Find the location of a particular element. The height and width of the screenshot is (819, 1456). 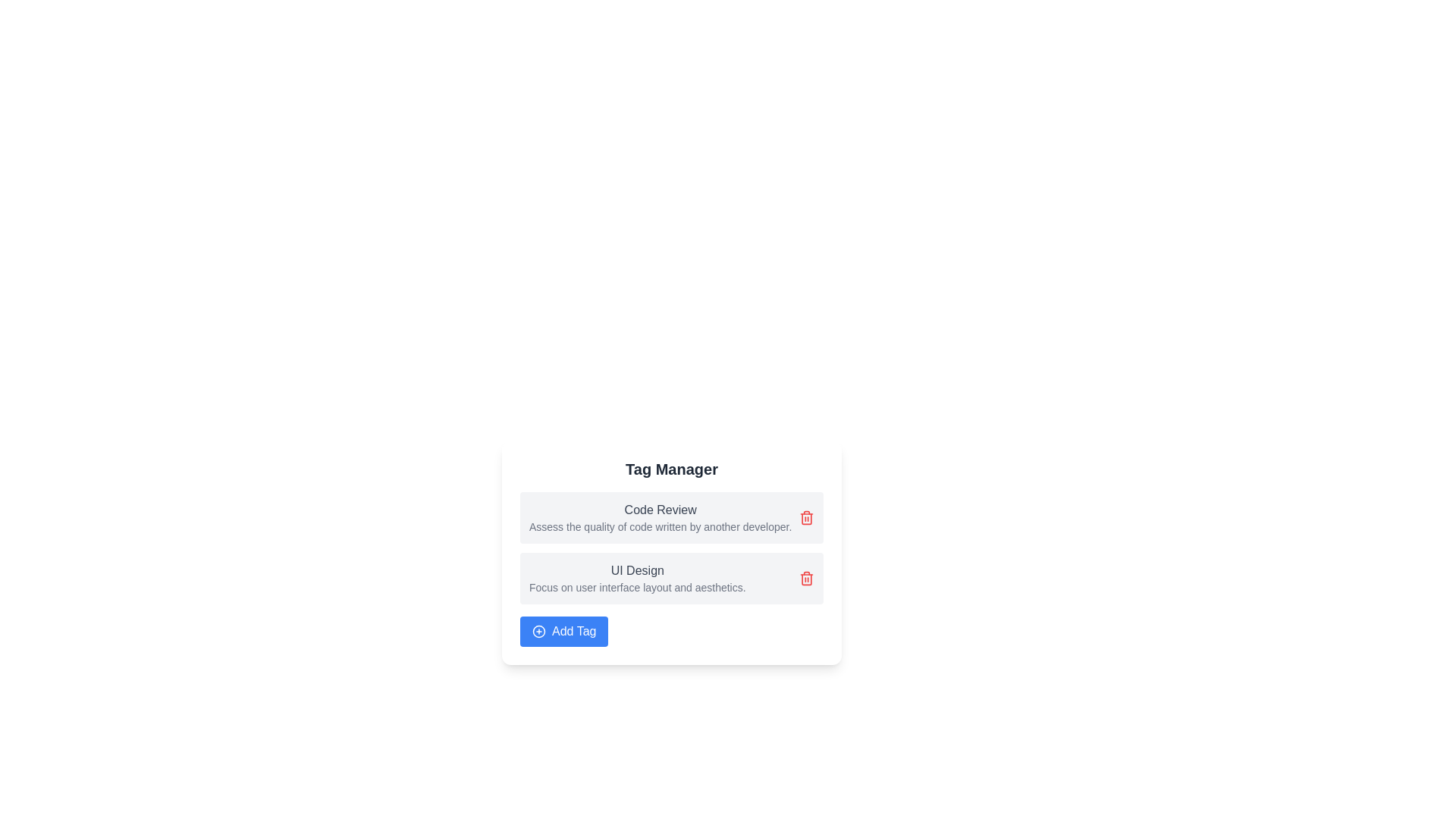

the header text element displaying 'Code Review' that is prominently styled with a dark gray color within the 'Tag Manager' card is located at coordinates (661, 510).